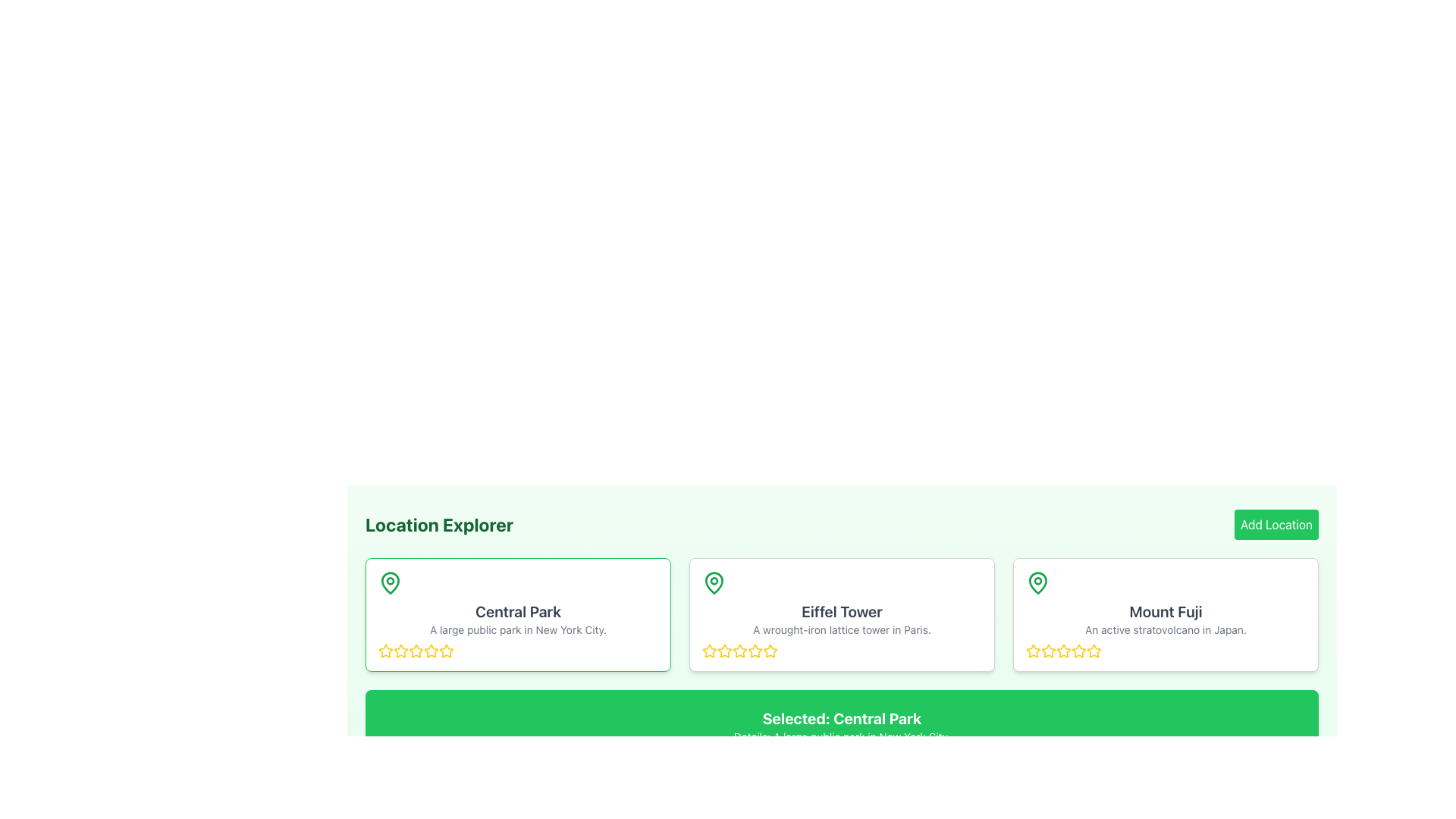 This screenshot has height=819, width=1456. I want to click on the first star-shaped rating icon for 'Mount Fuji' in the 'Location Explorer' interface to rate it, so click(1032, 649).